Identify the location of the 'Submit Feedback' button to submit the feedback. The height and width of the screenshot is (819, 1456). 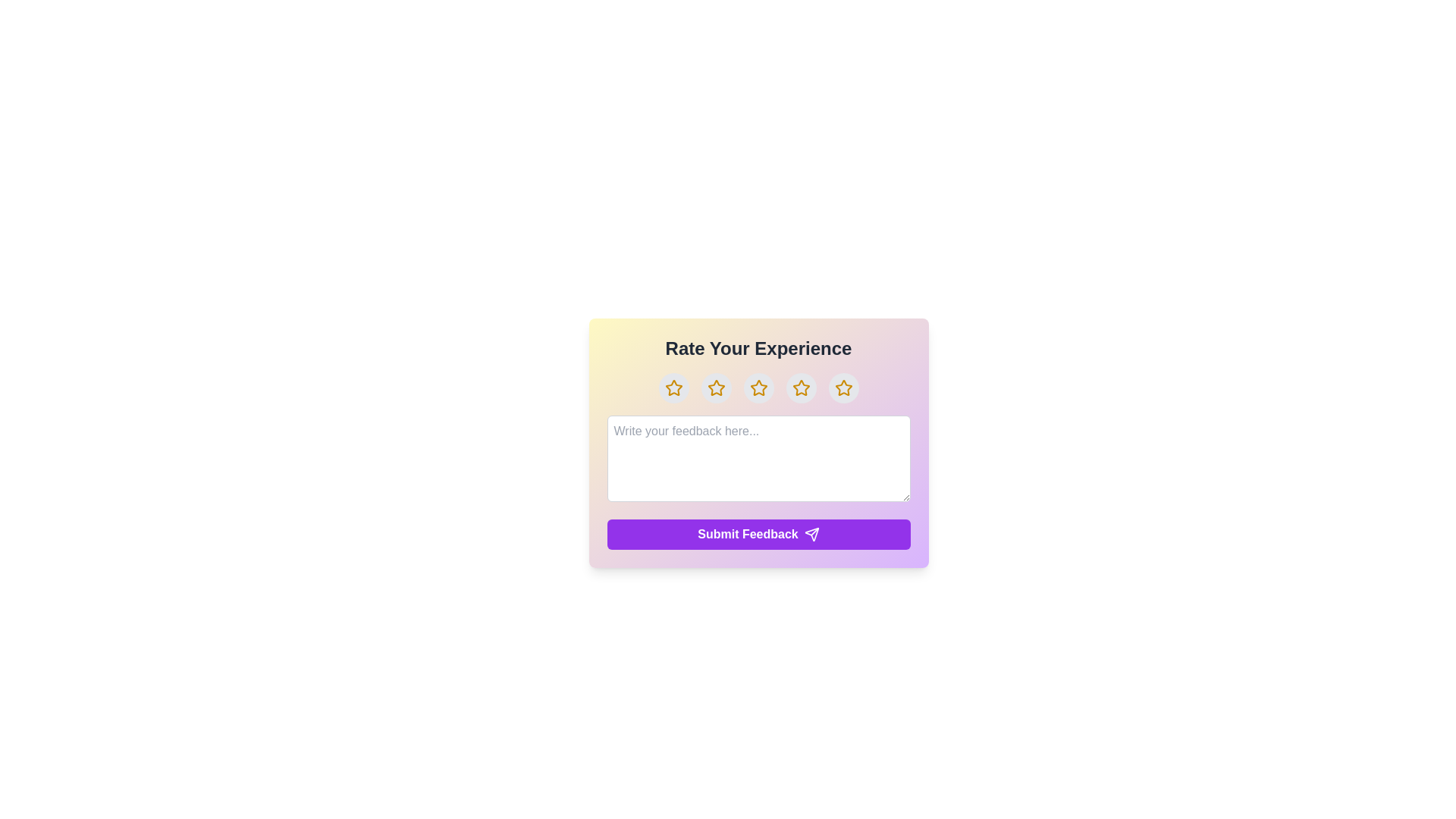
(758, 534).